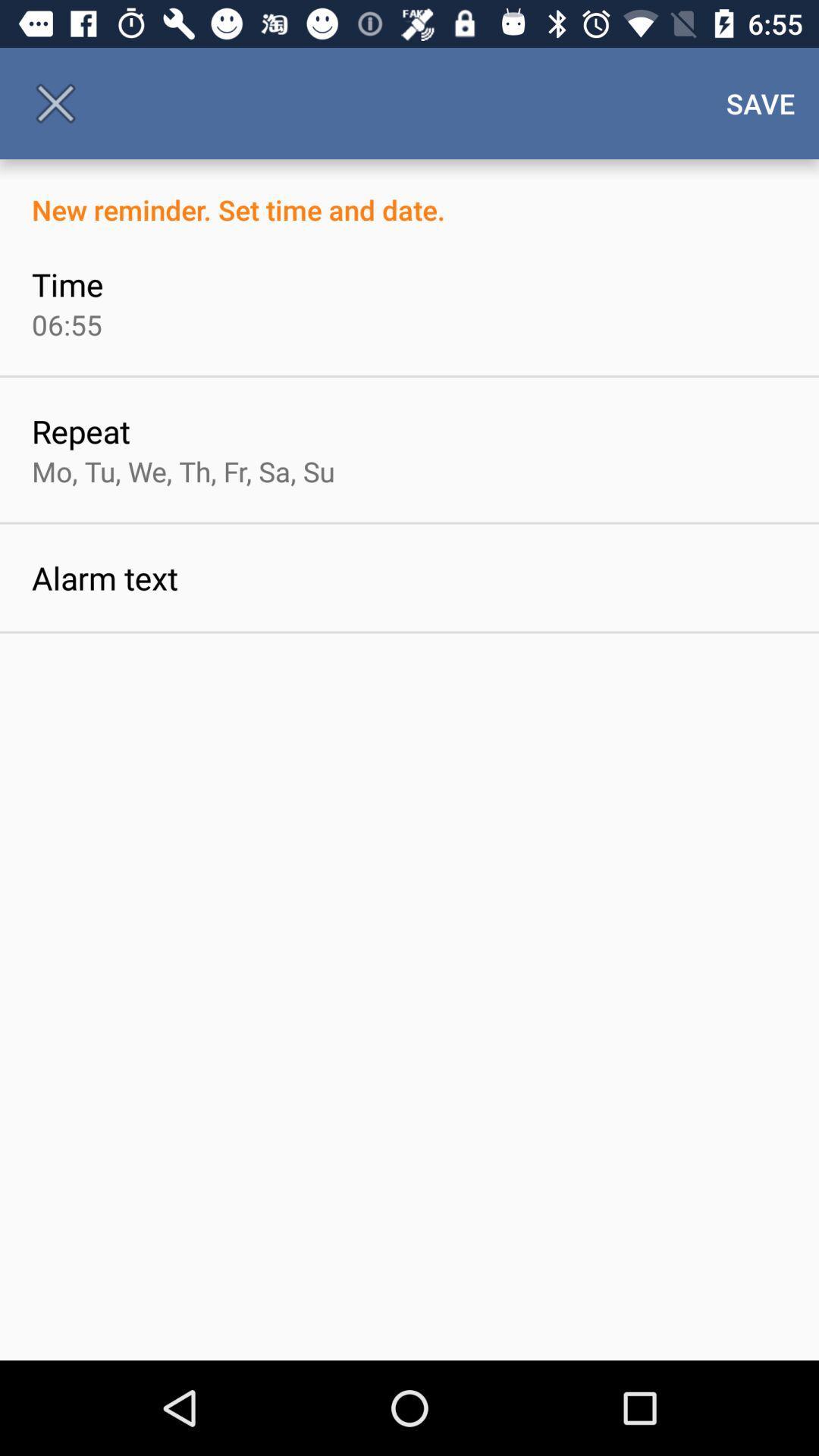  Describe the element at coordinates (104, 577) in the screenshot. I see `item below the mo tu we` at that location.